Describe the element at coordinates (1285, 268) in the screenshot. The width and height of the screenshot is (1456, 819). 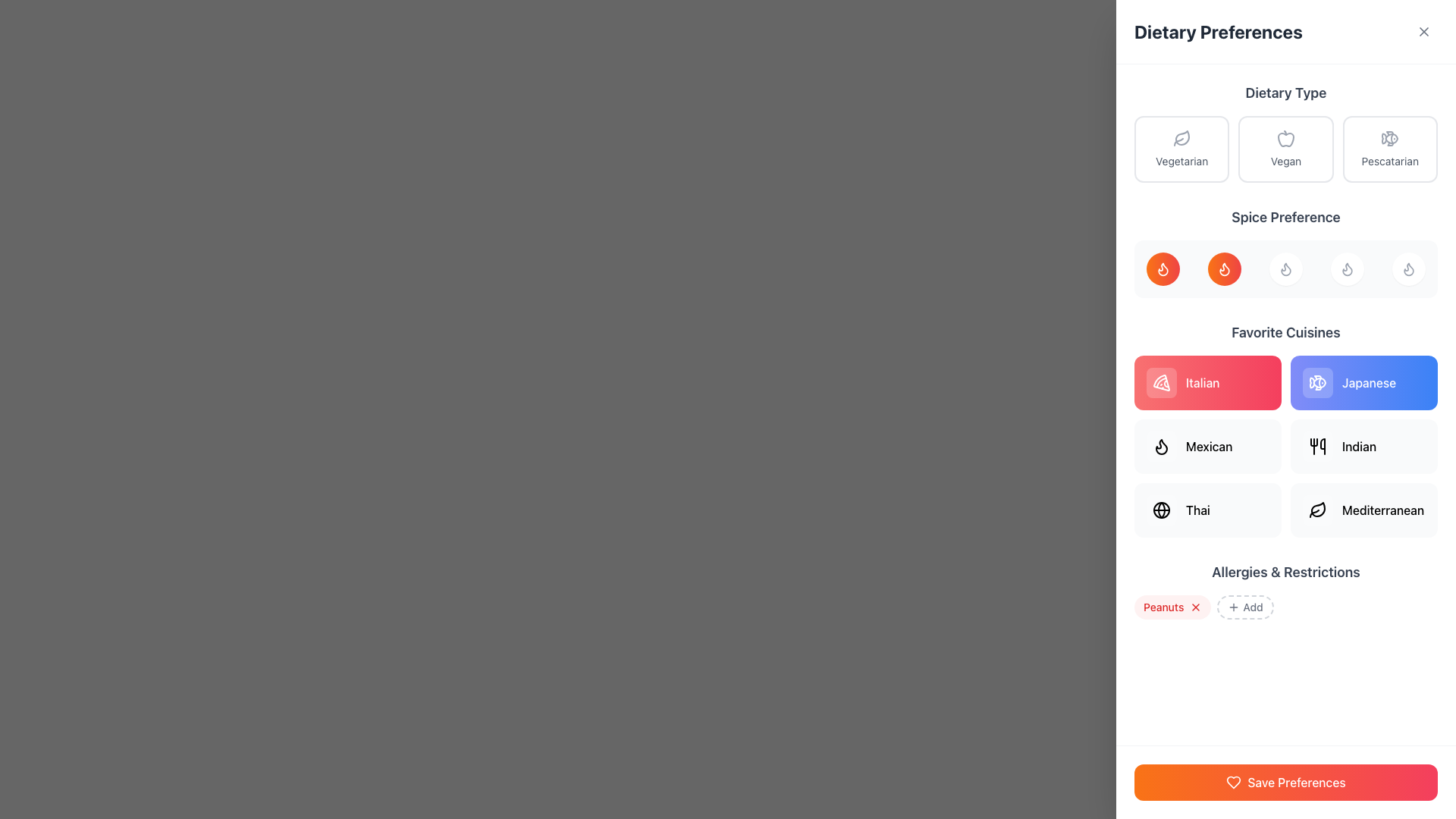
I see `the circular button with a white background and a light gray flame icon` at that location.